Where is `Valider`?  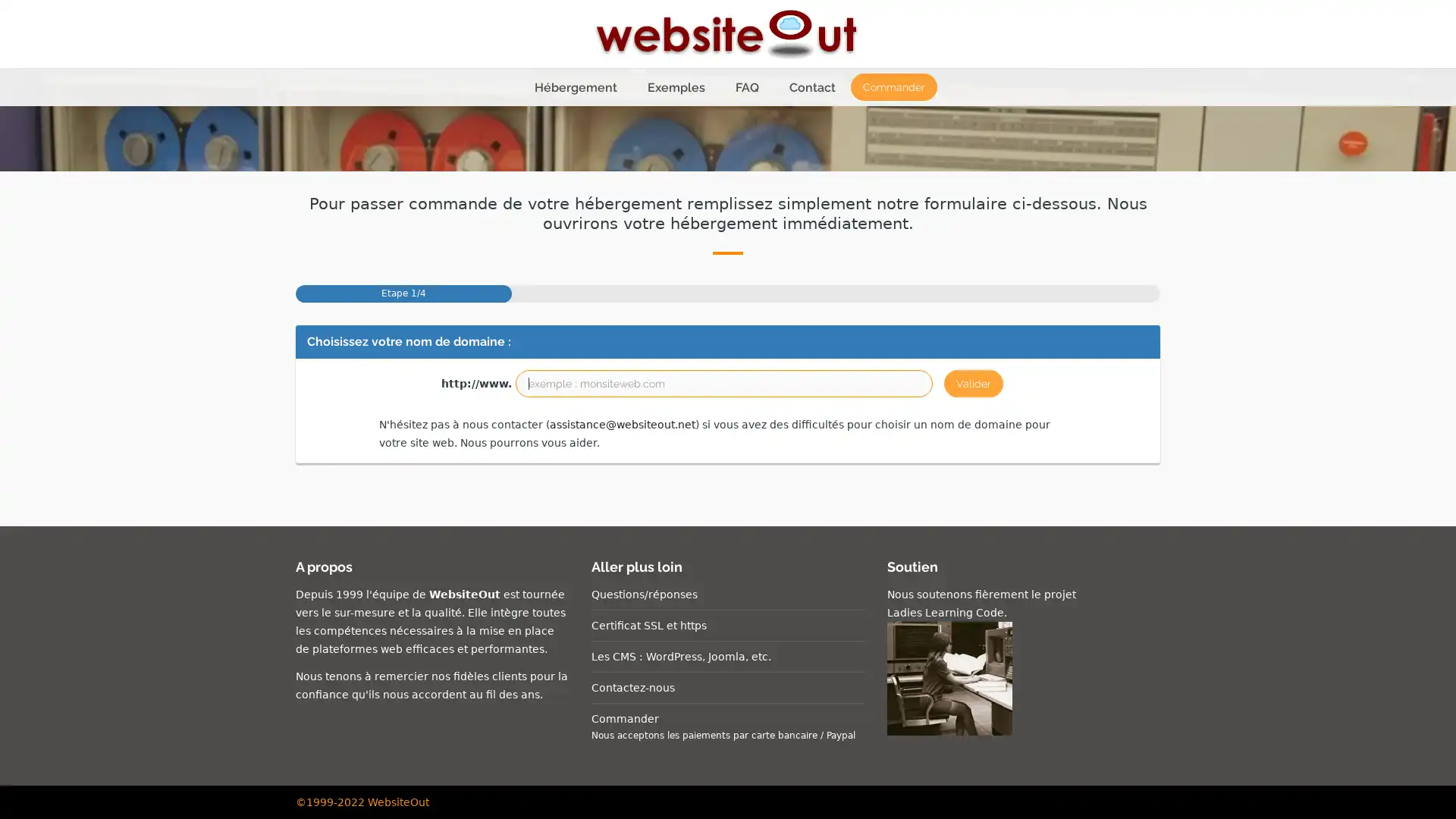
Valider is located at coordinates (973, 382).